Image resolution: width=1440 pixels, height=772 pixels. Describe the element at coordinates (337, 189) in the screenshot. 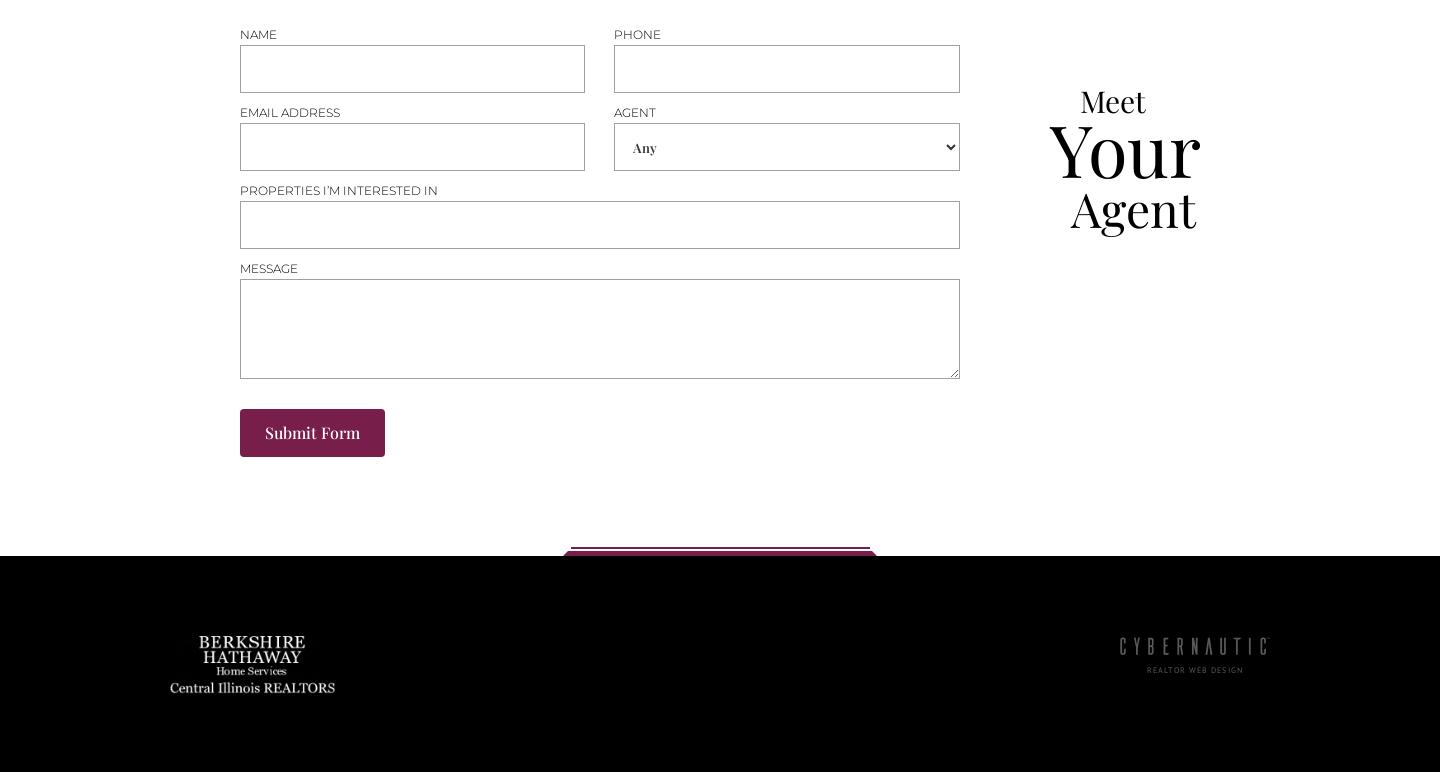

I see `'Properties i’m interested in'` at that location.